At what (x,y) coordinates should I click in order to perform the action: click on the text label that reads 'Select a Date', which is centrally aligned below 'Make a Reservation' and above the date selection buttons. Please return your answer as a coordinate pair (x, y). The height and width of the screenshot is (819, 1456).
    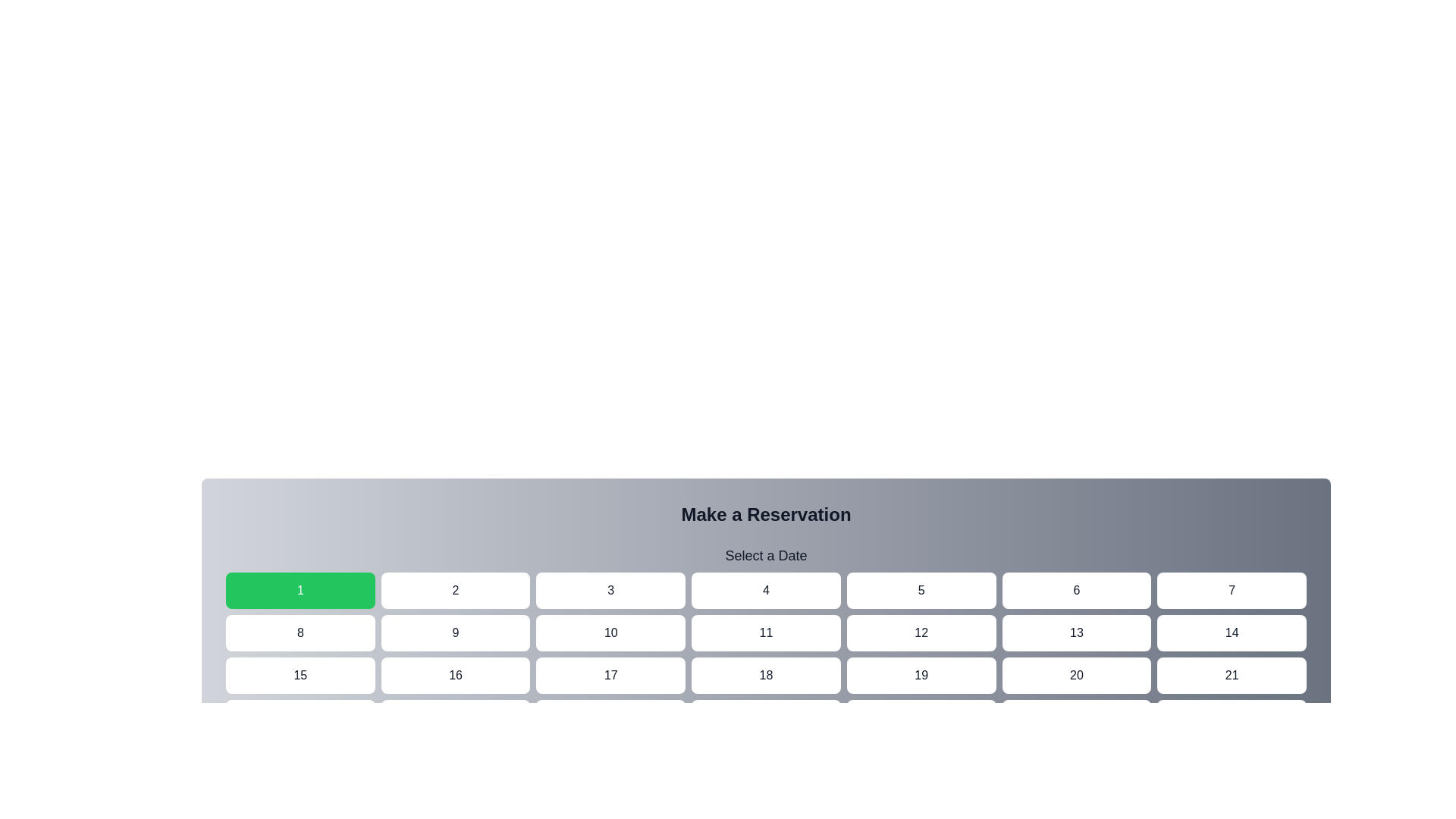
    Looking at the image, I should click on (766, 555).